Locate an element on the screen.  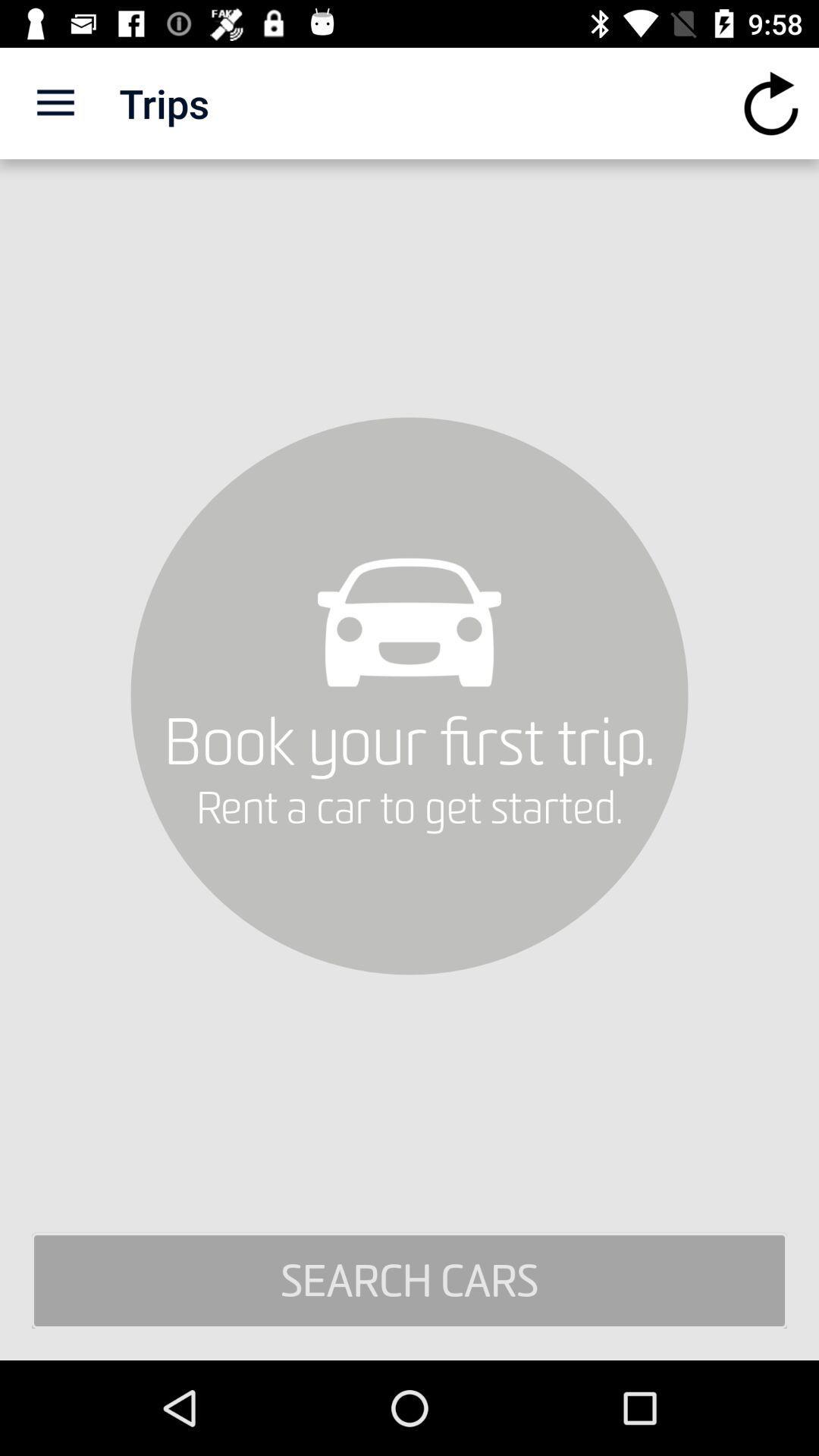
search cars item is located at coordinates (409, 1280).